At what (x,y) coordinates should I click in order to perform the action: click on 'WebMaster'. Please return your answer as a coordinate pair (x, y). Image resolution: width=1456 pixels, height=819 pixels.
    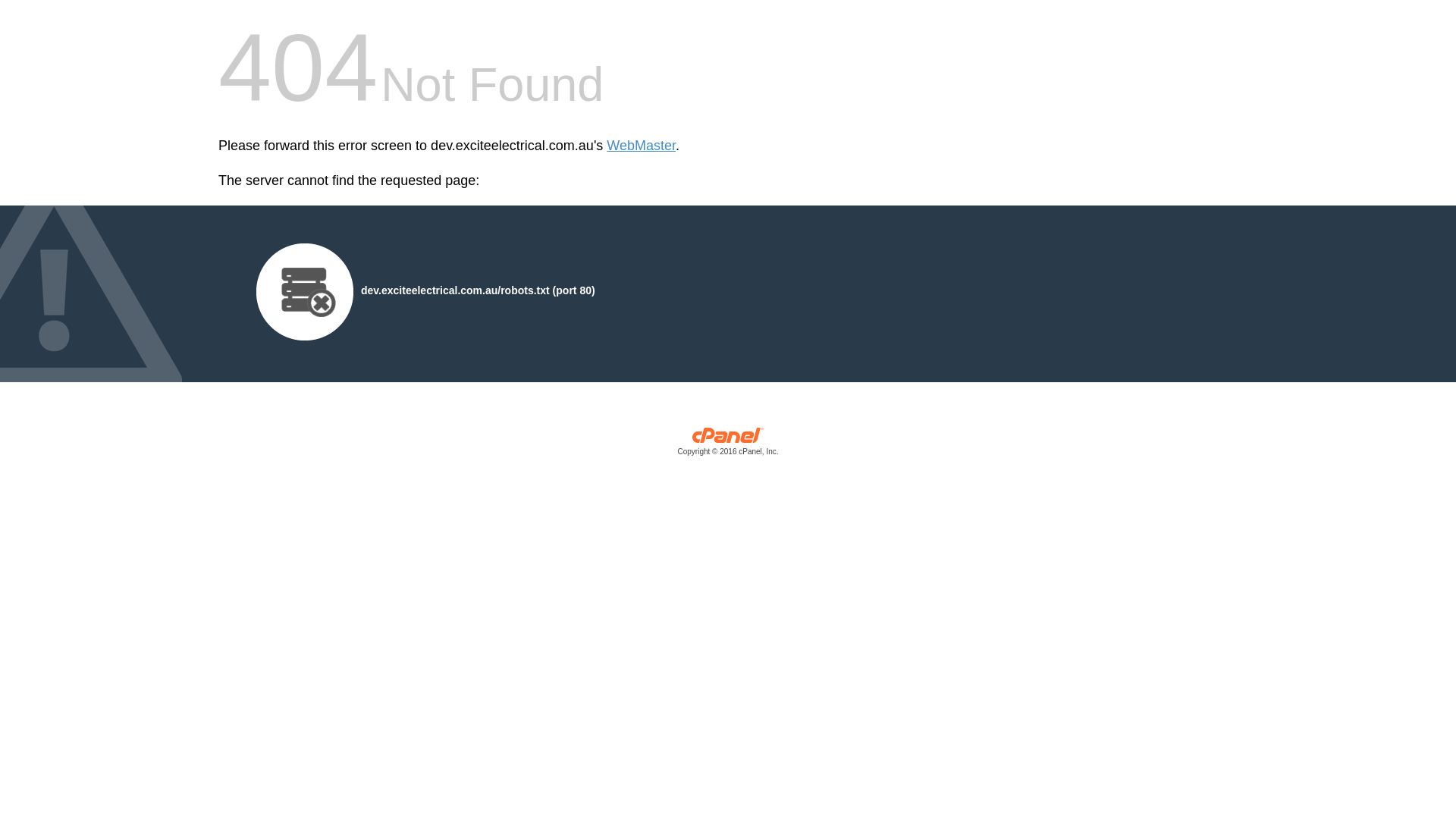
    Looking at the image, I should click on (641, 146).